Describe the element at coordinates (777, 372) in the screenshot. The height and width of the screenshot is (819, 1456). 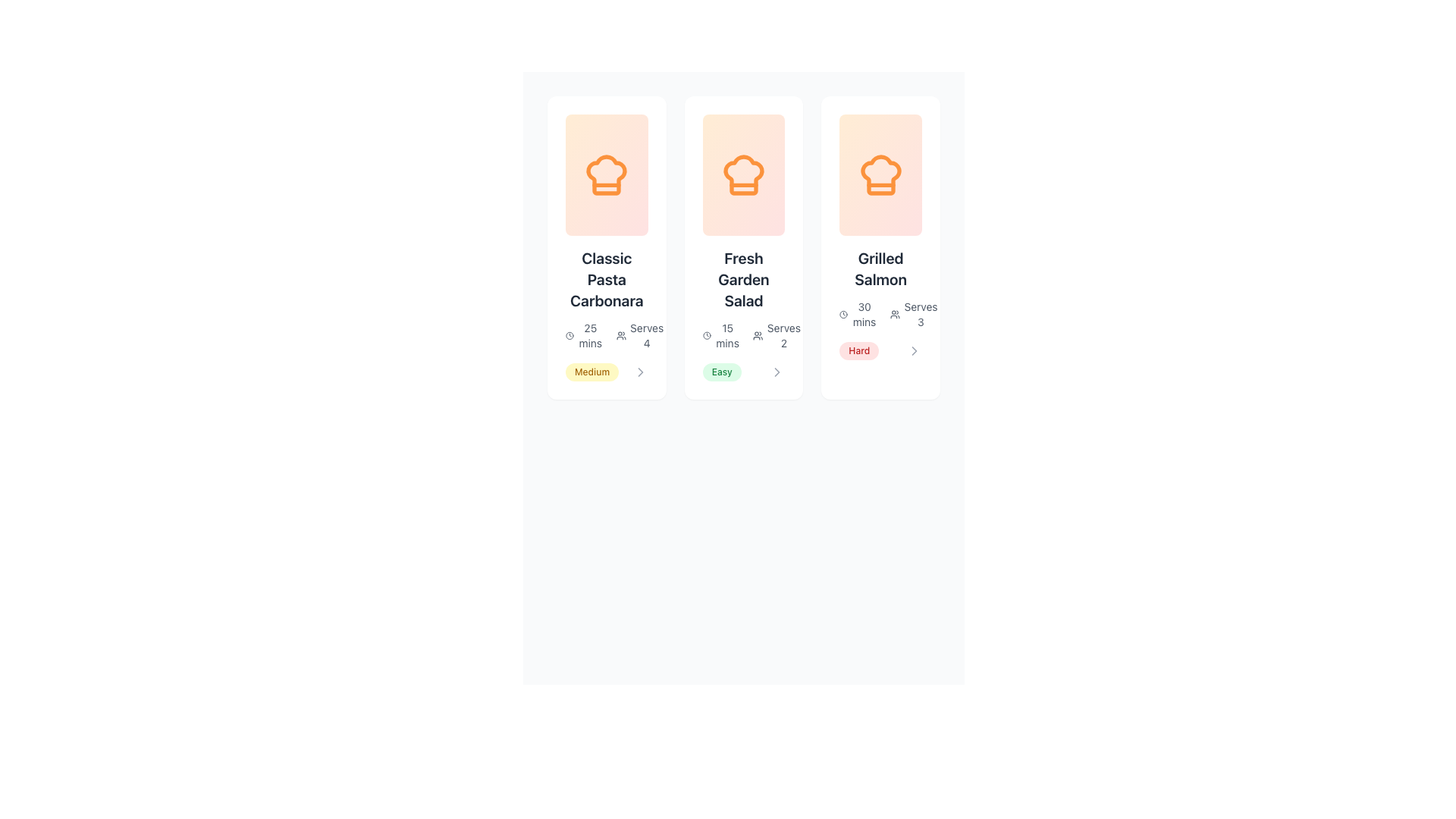
I see `the chevron icon located in the bottom-right corner of the 'Fresh Garden Salad' card to change its color` at that location.